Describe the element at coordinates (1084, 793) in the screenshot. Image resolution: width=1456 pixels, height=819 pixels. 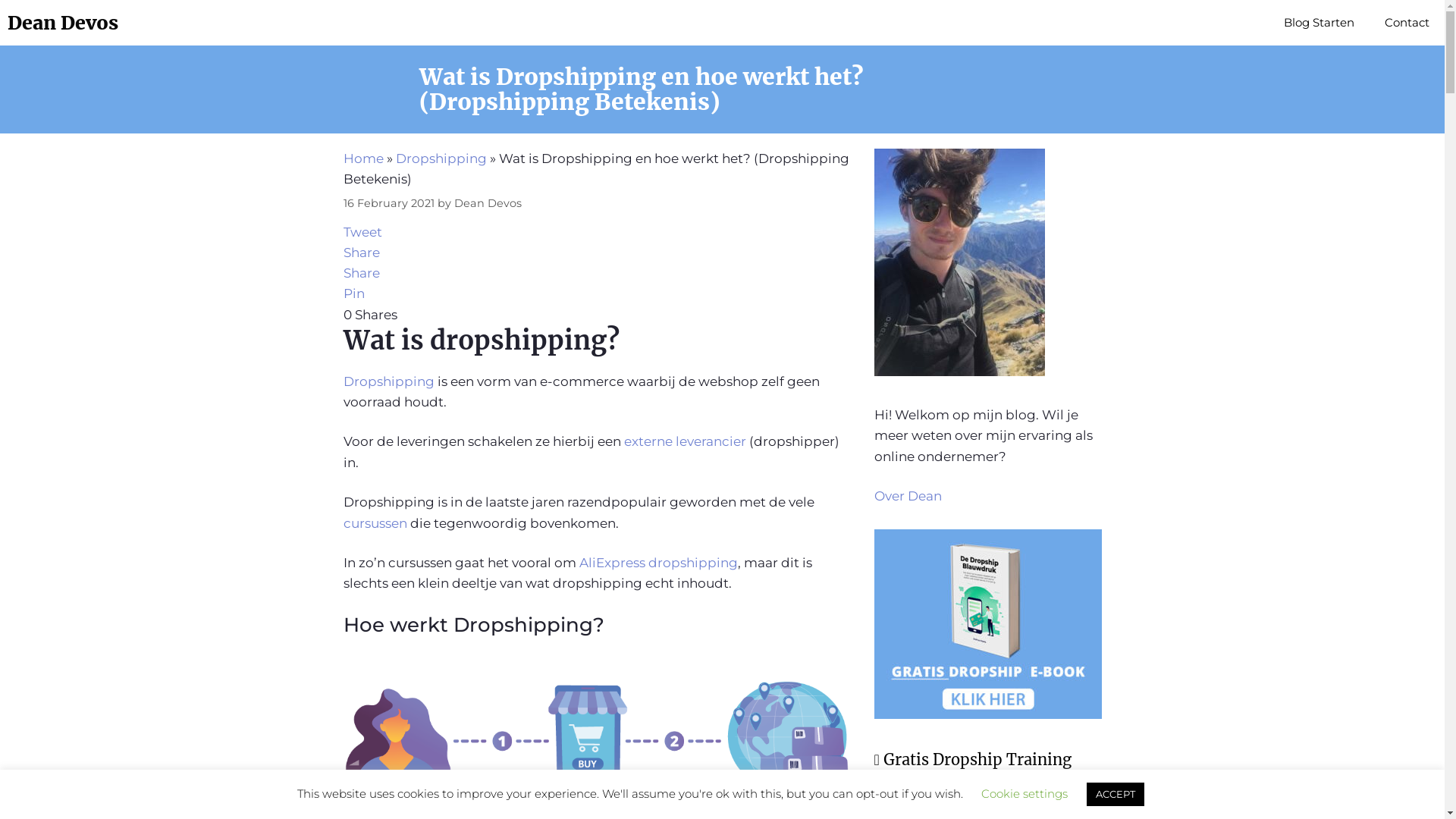
I see `'ACCEPT'` at that location.